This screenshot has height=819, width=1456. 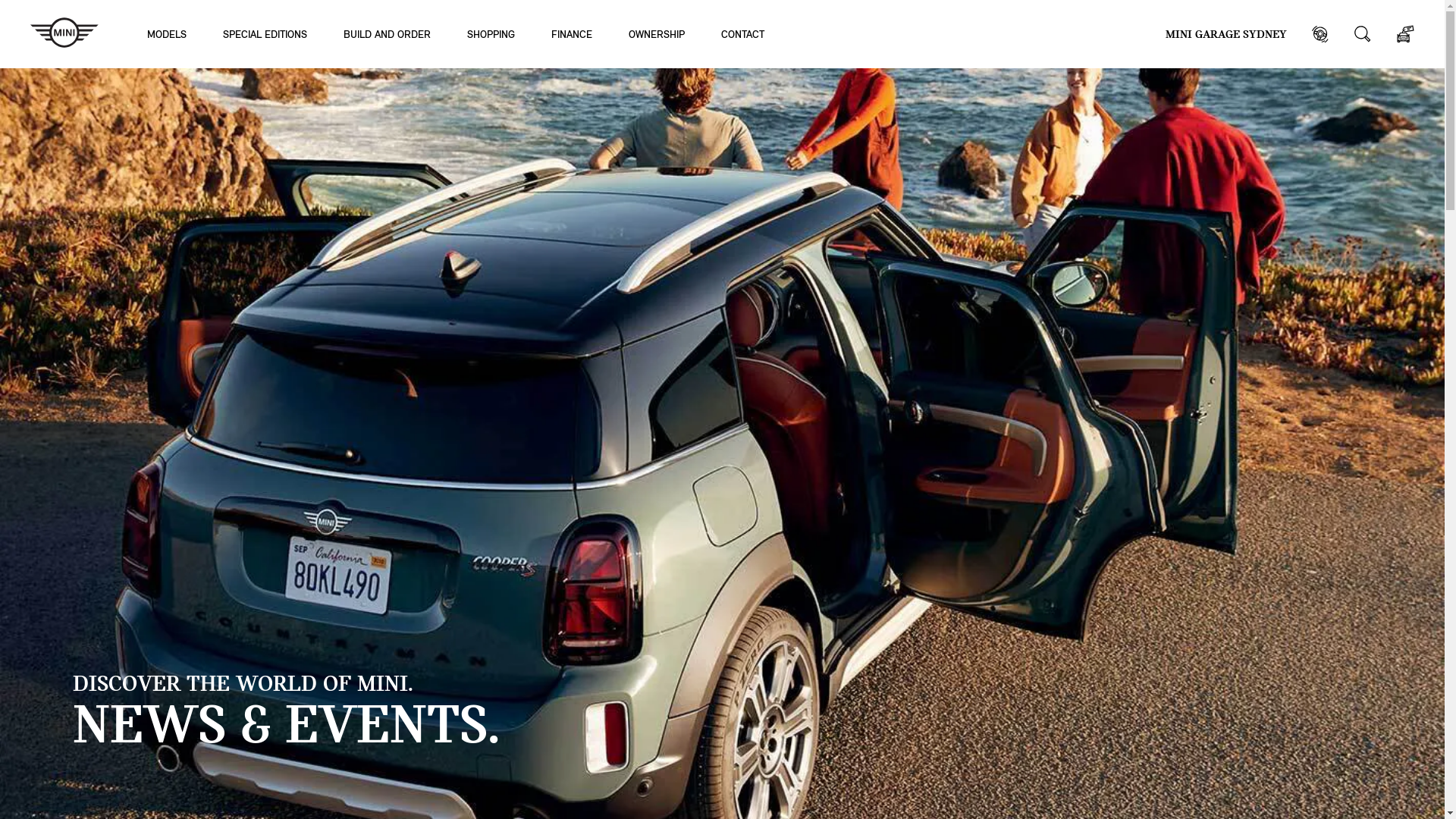 I want to click on 'BUILD AND ORDER', so click(x=387, y=33).